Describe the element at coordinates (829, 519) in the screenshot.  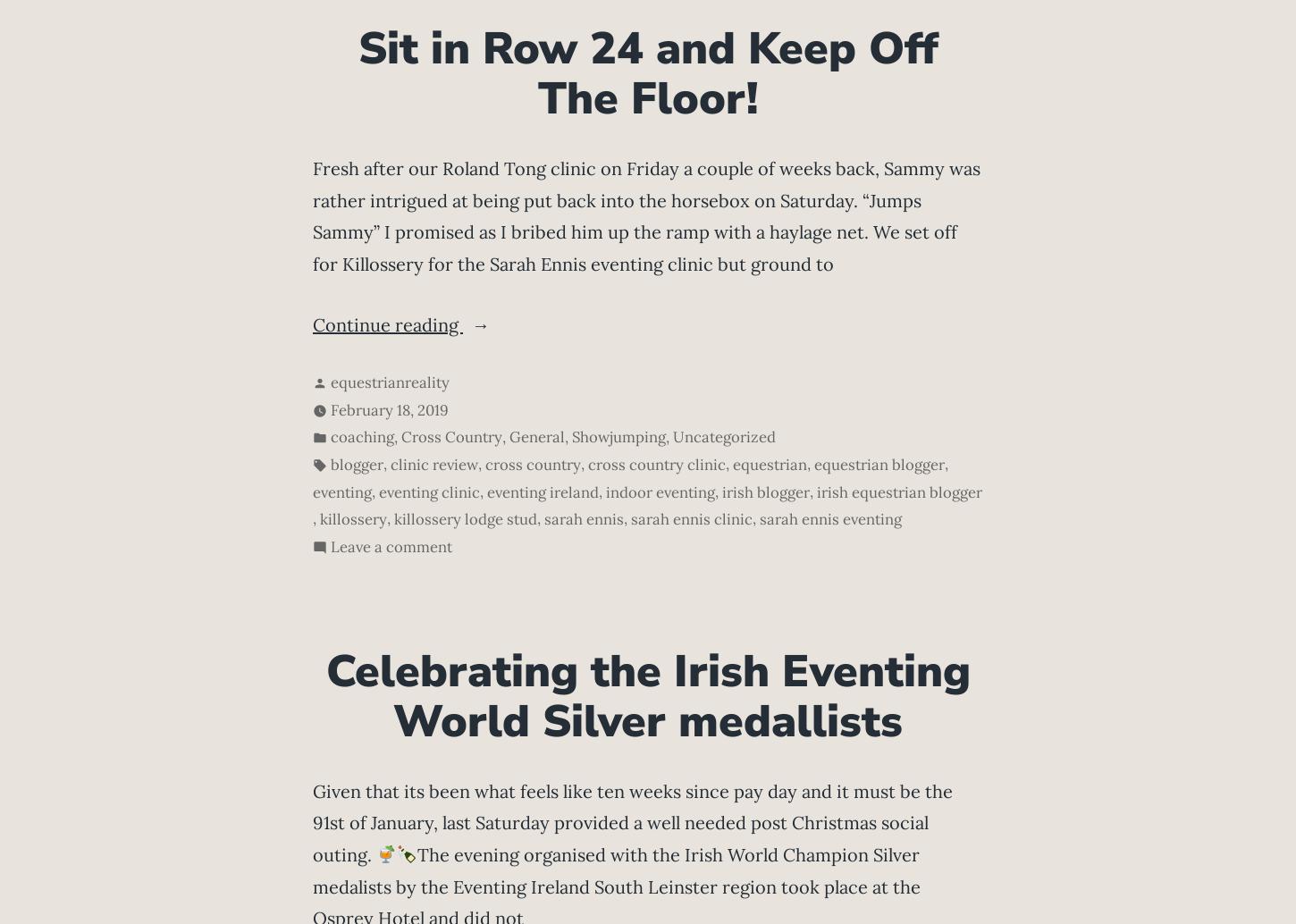
I see `'sarah ennis eventing'` at that location.